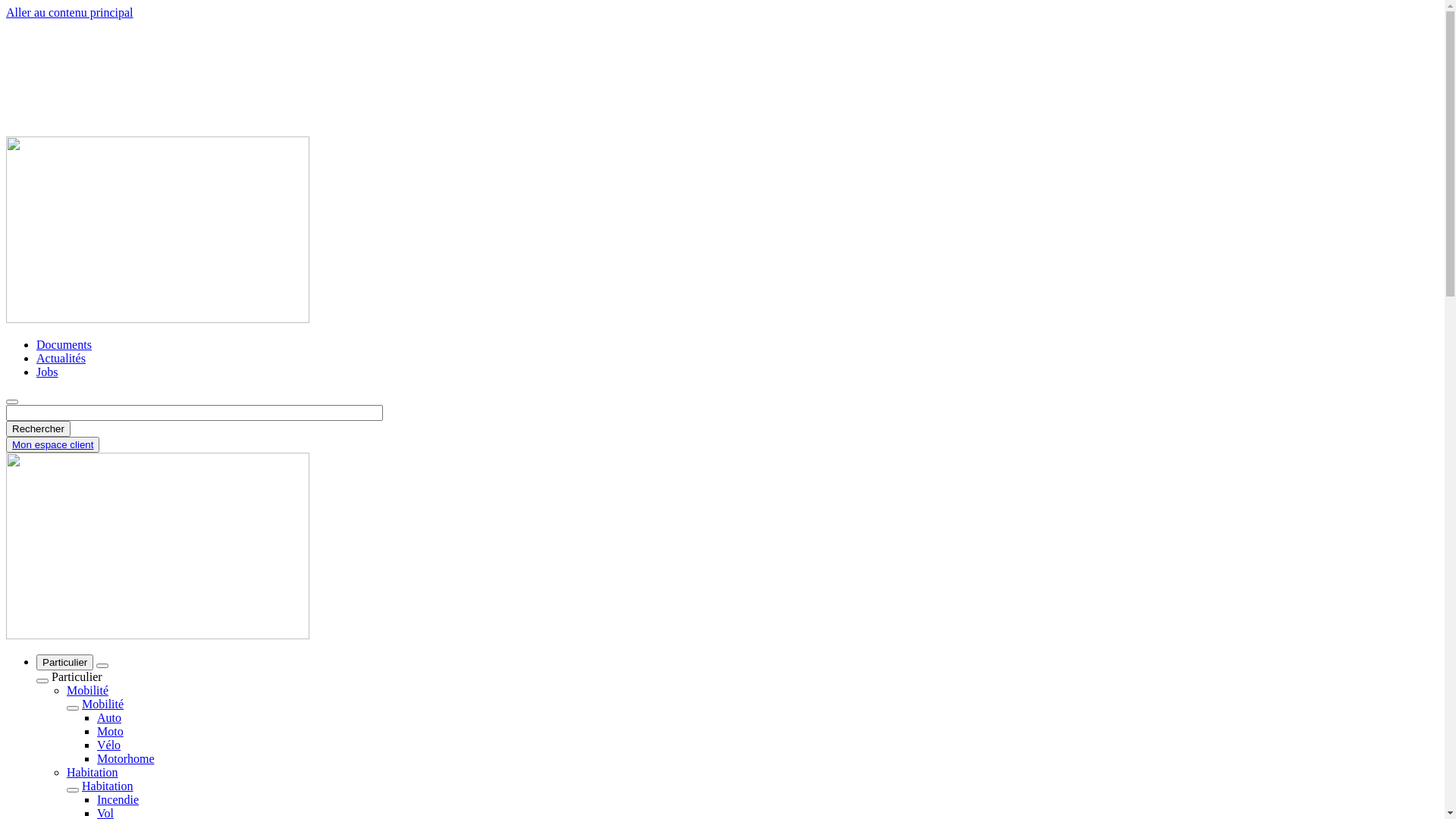  I want to click on 'Aller au contenu principal', so click(6, 12).